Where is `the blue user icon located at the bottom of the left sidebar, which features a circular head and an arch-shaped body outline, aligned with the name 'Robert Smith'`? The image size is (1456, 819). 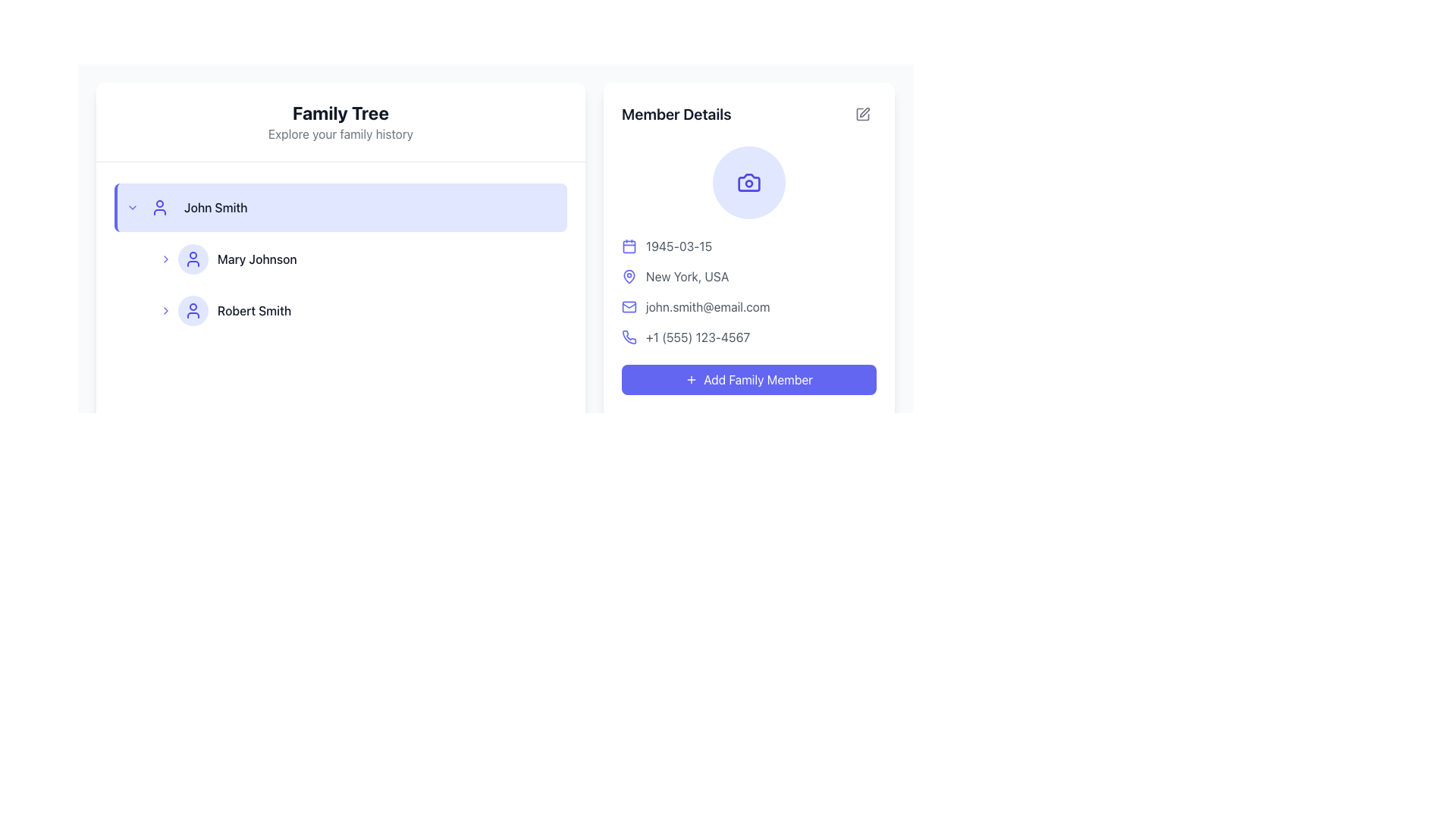 the blue user icon located at the bottom of the left sidebar, which features a circular head and an arch-shaped body outline, aligned with the name 'Robert Smith' is located at coordinates (192, 309).